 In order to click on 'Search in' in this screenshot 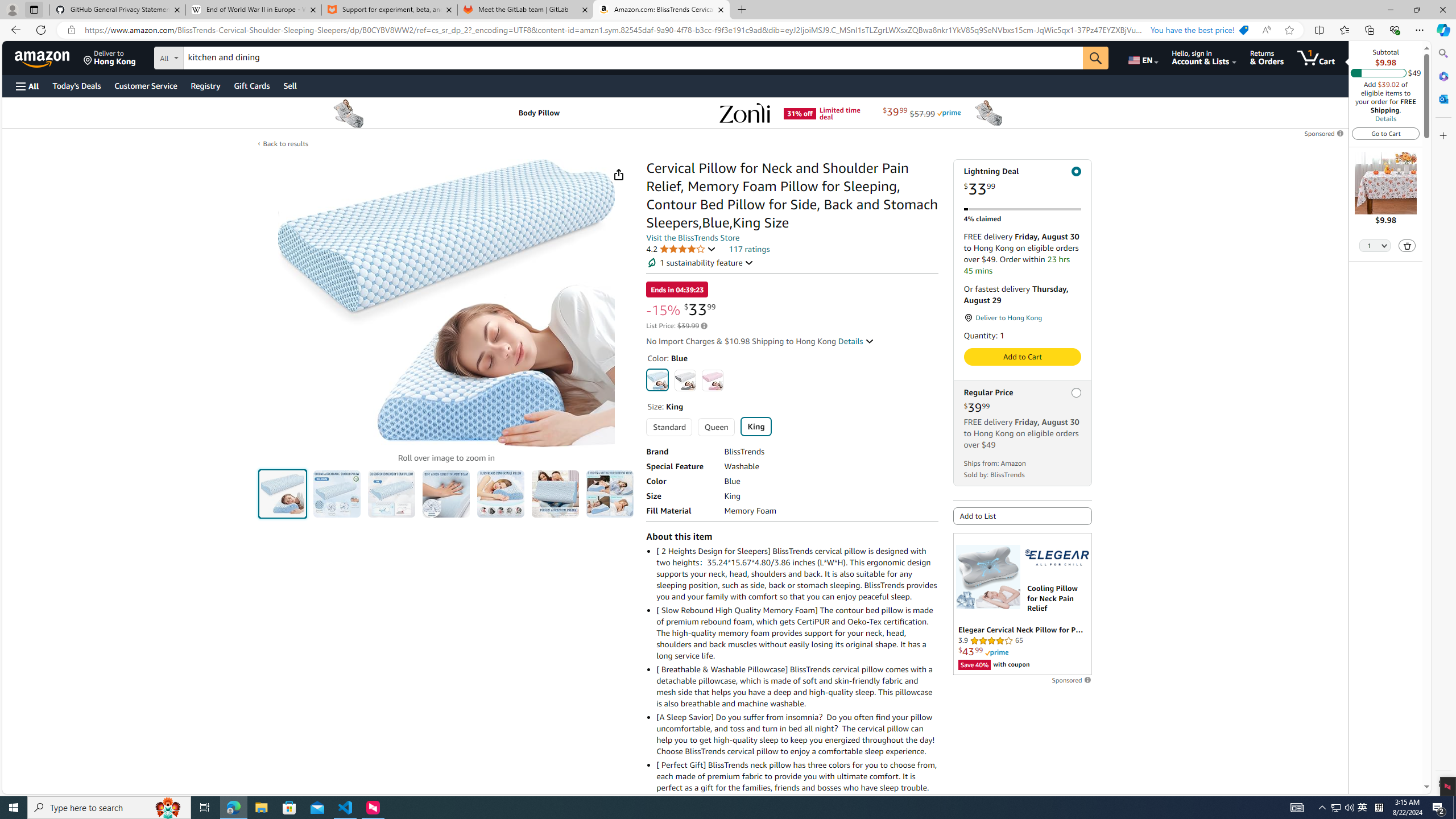, I will do `click(210, 56)`.